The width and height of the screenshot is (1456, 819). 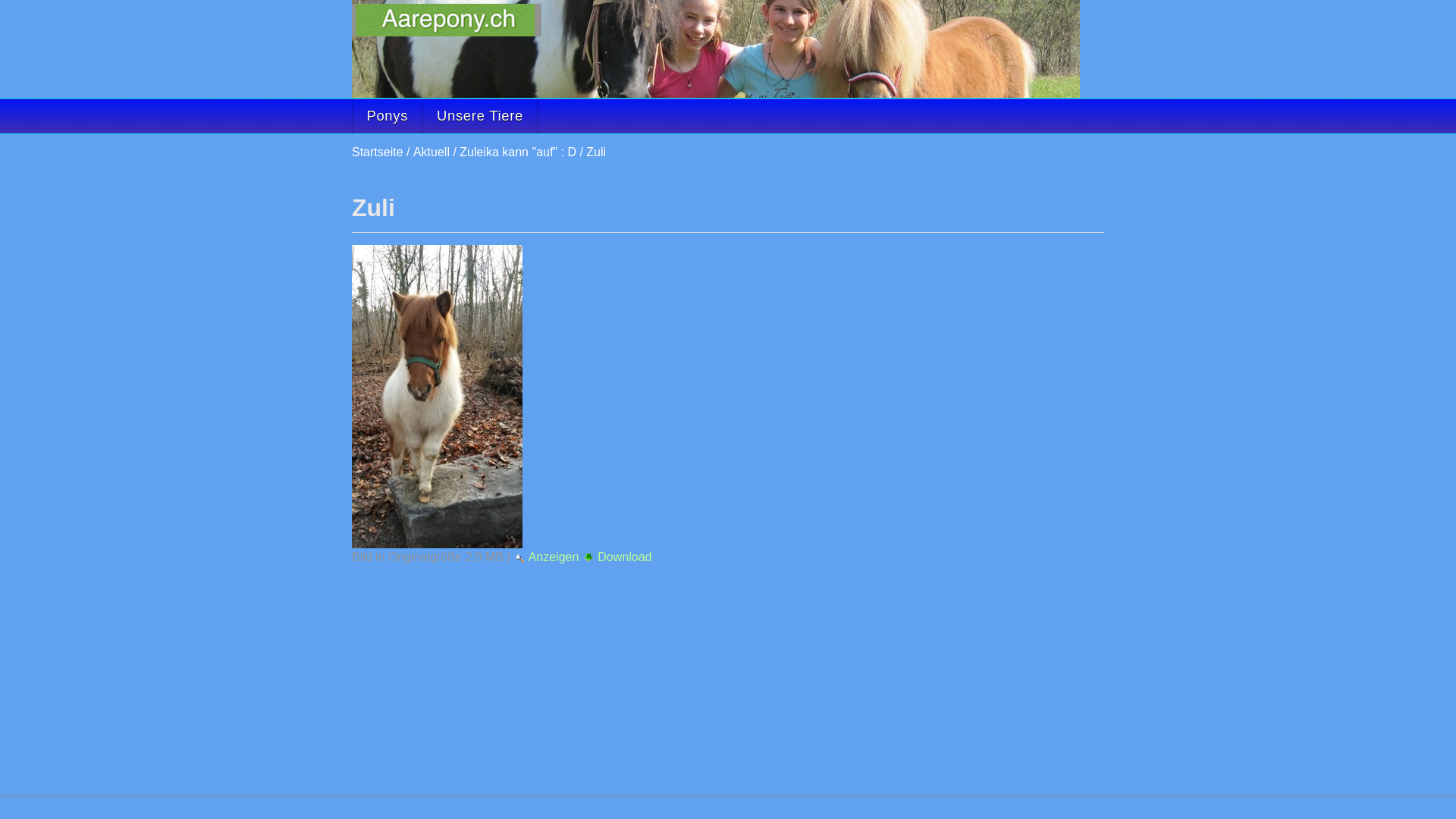 I want to click on 'Download', so click(x=617, y=557).